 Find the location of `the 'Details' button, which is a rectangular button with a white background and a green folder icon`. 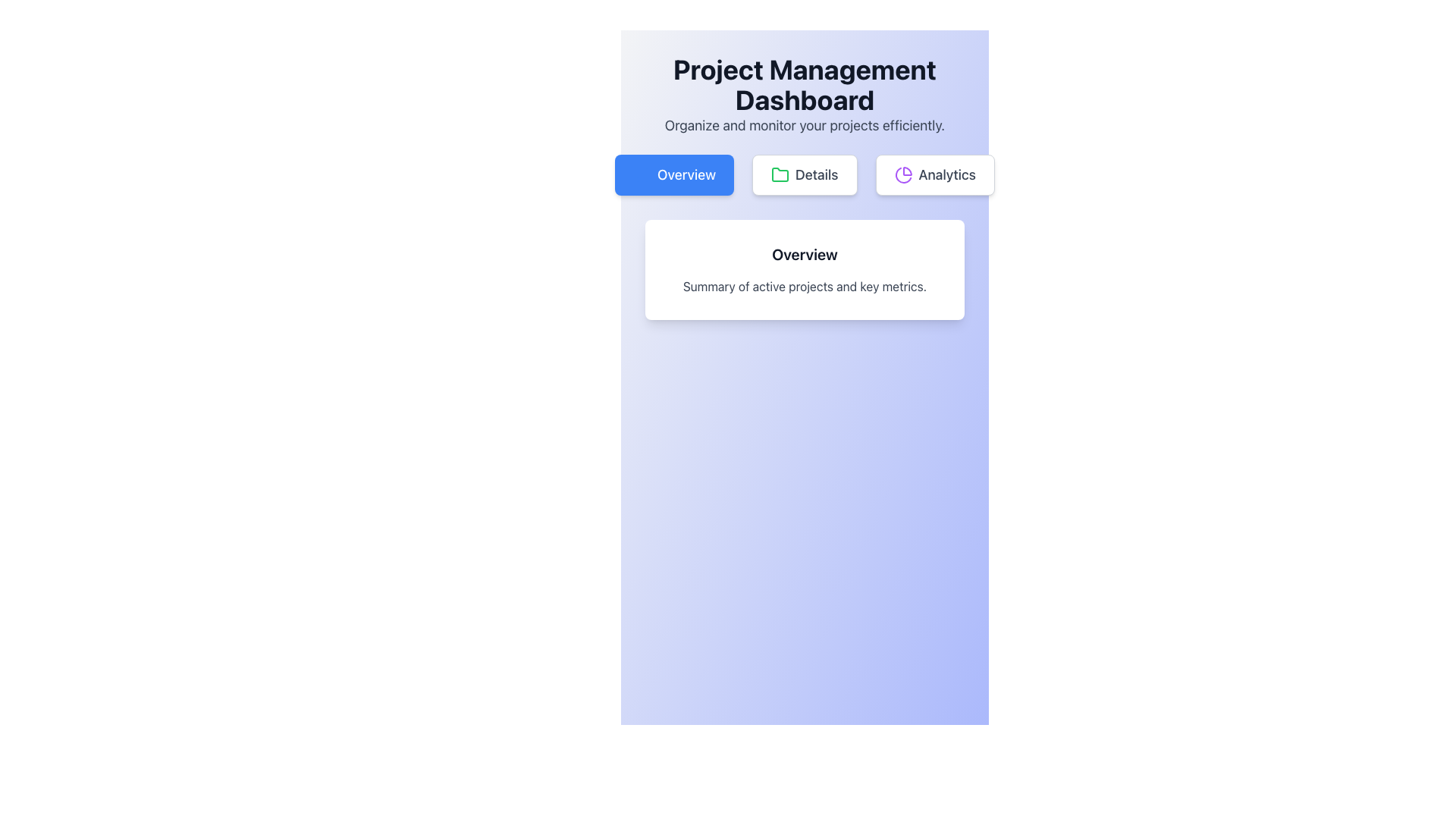

the 'Details' button, which is a rectangular button with a white background and a green folder icon is located at coordinates (804, 174).